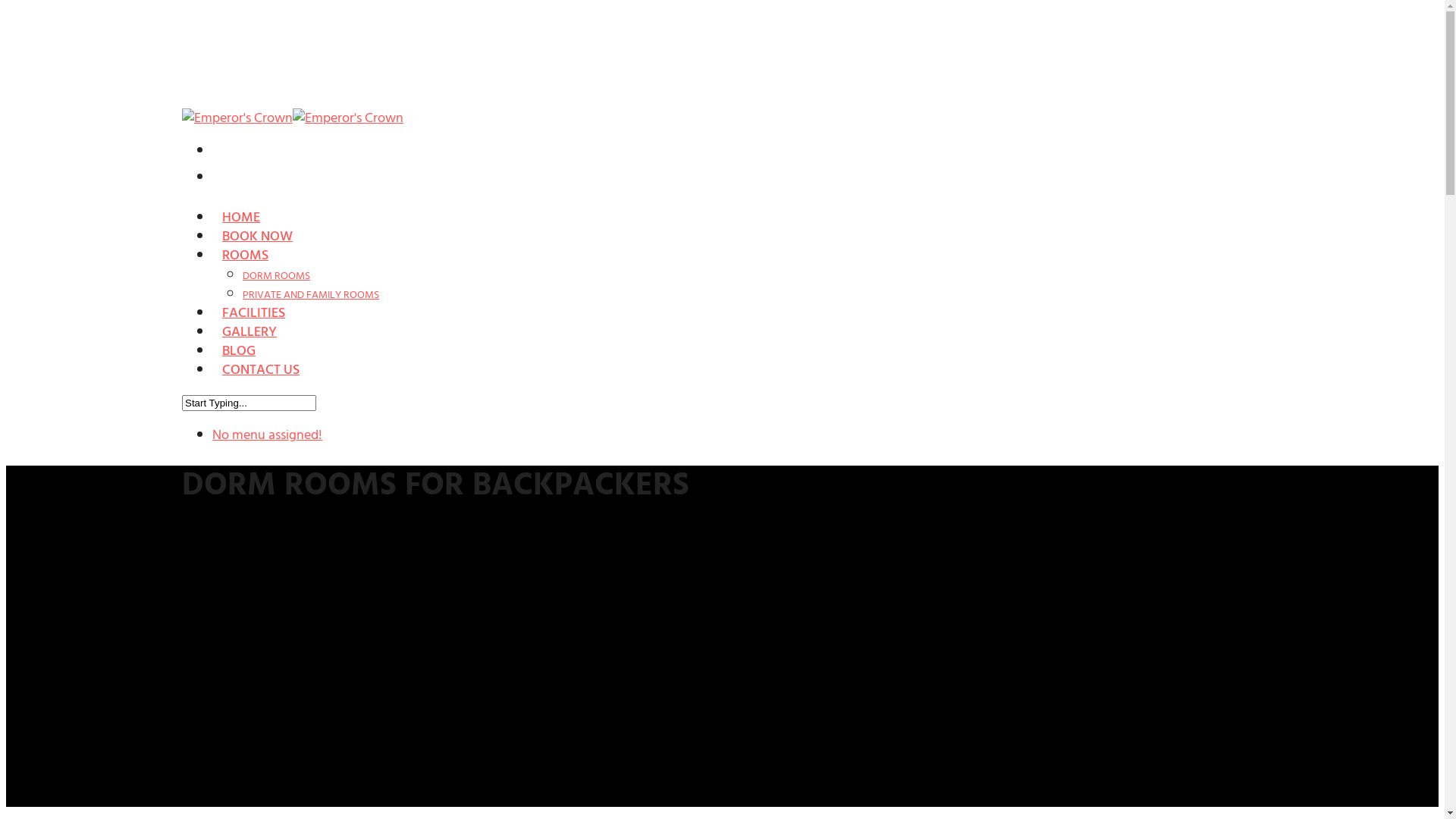  What do you see at coordinates (267, 435) in the screenshot?
I see `'No menu assigned!'` at bounding box center [267, 435].